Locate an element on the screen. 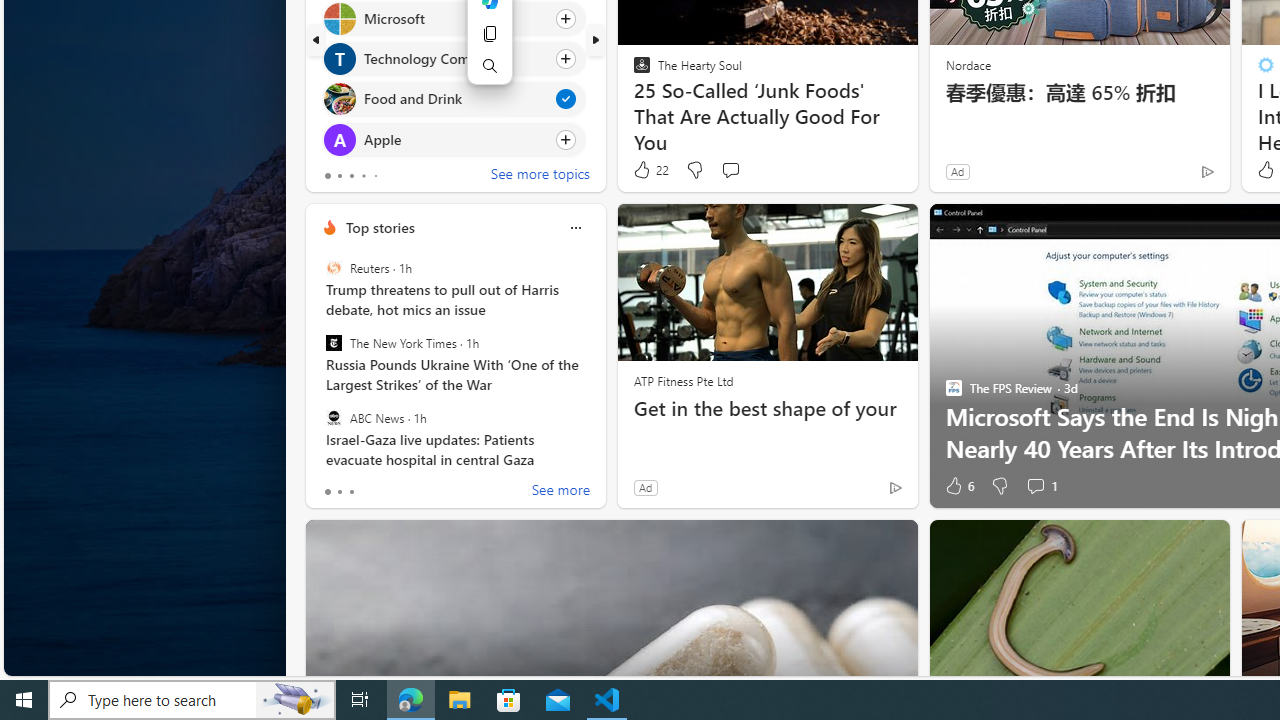 The width and height of the screenshot is (1280, 720). 'Click to follow topic Apple' is located at coordinates (452, 138).